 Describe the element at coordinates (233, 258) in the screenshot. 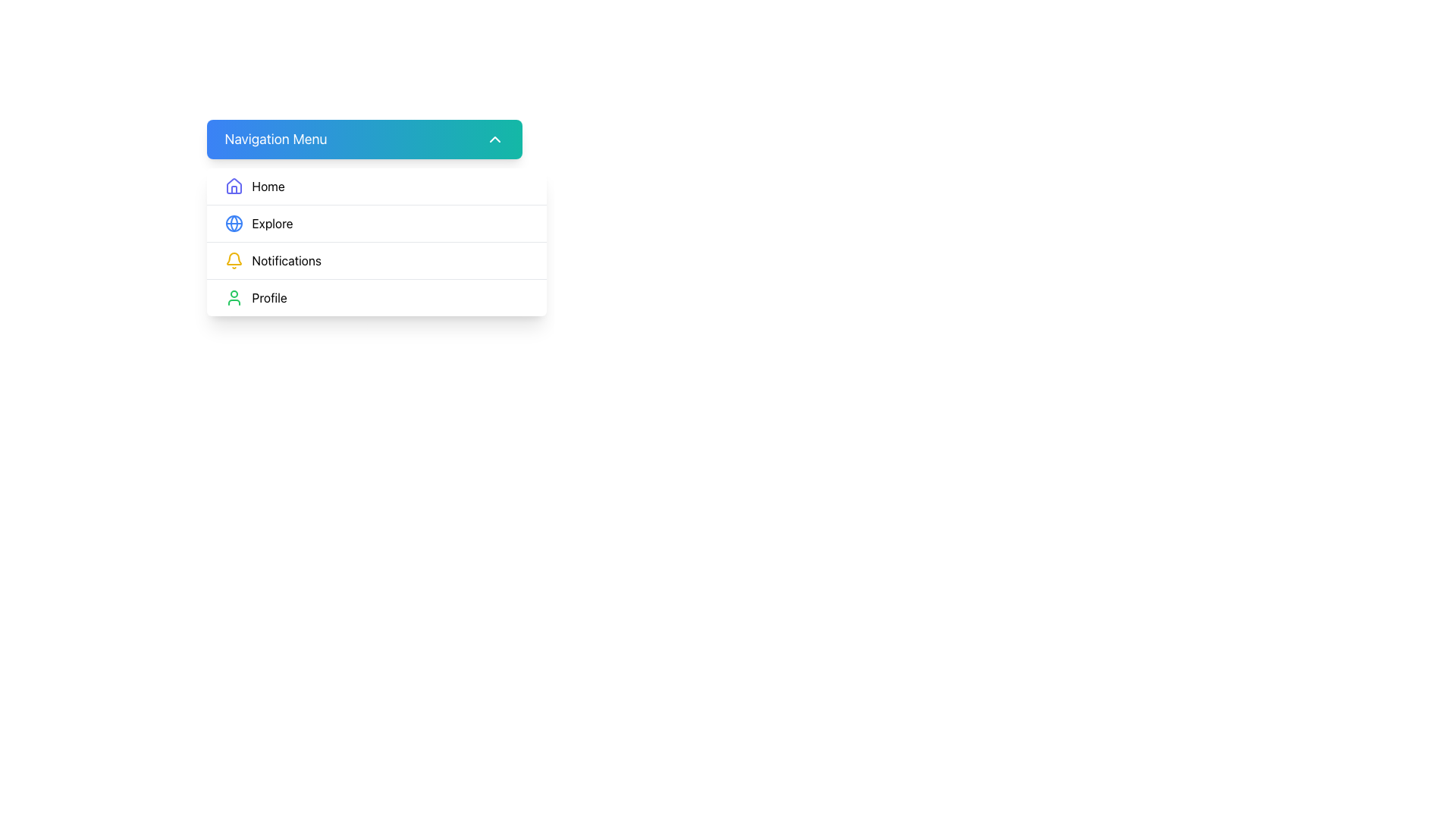

I see `the decorative vector graphic shape that visually represents the top section of the notification bell, located under the 'Notifications' label in the vertical navigation menu` at that location.